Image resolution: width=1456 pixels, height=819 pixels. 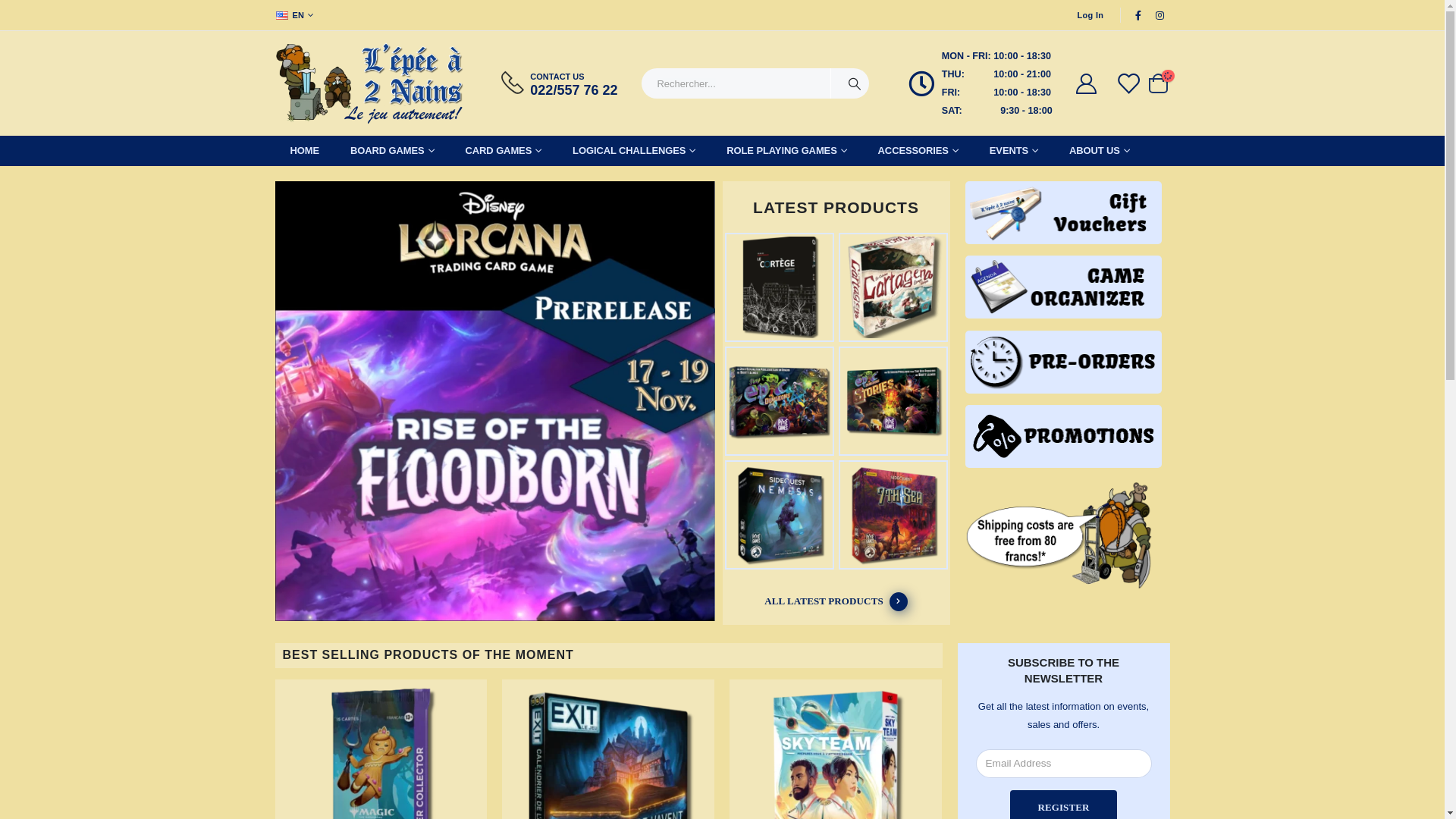 What do you see at coordinates (964, 535) in the screenshot?
I see `'frais-de-ports_en'` at bounding box center [964, 535].